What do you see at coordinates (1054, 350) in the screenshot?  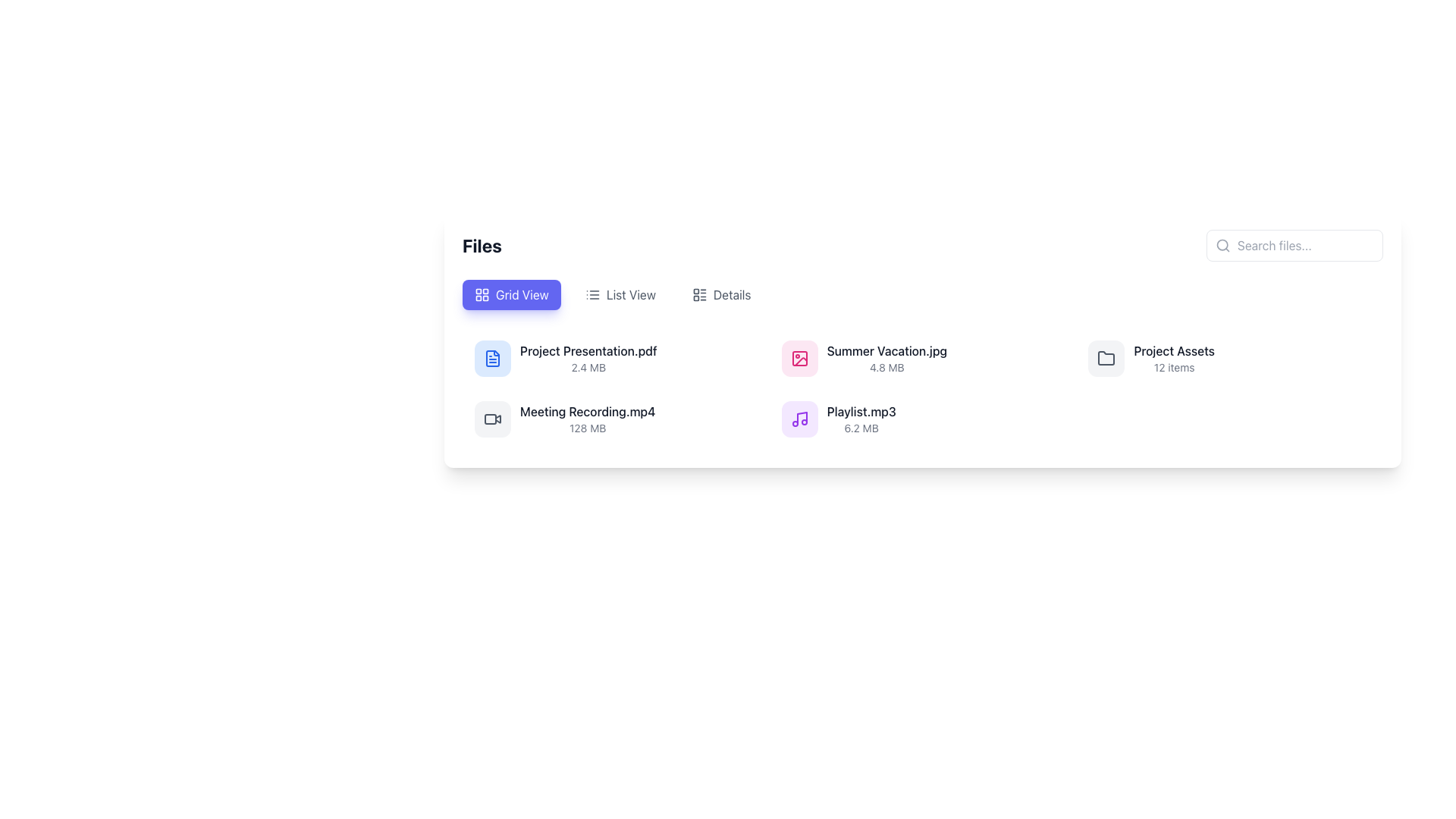 I see `the menu trigger button located at the top-right corner of the 'Summer Vacation.jpg' card to change its background opacity` at bounding box center [1054, 350].